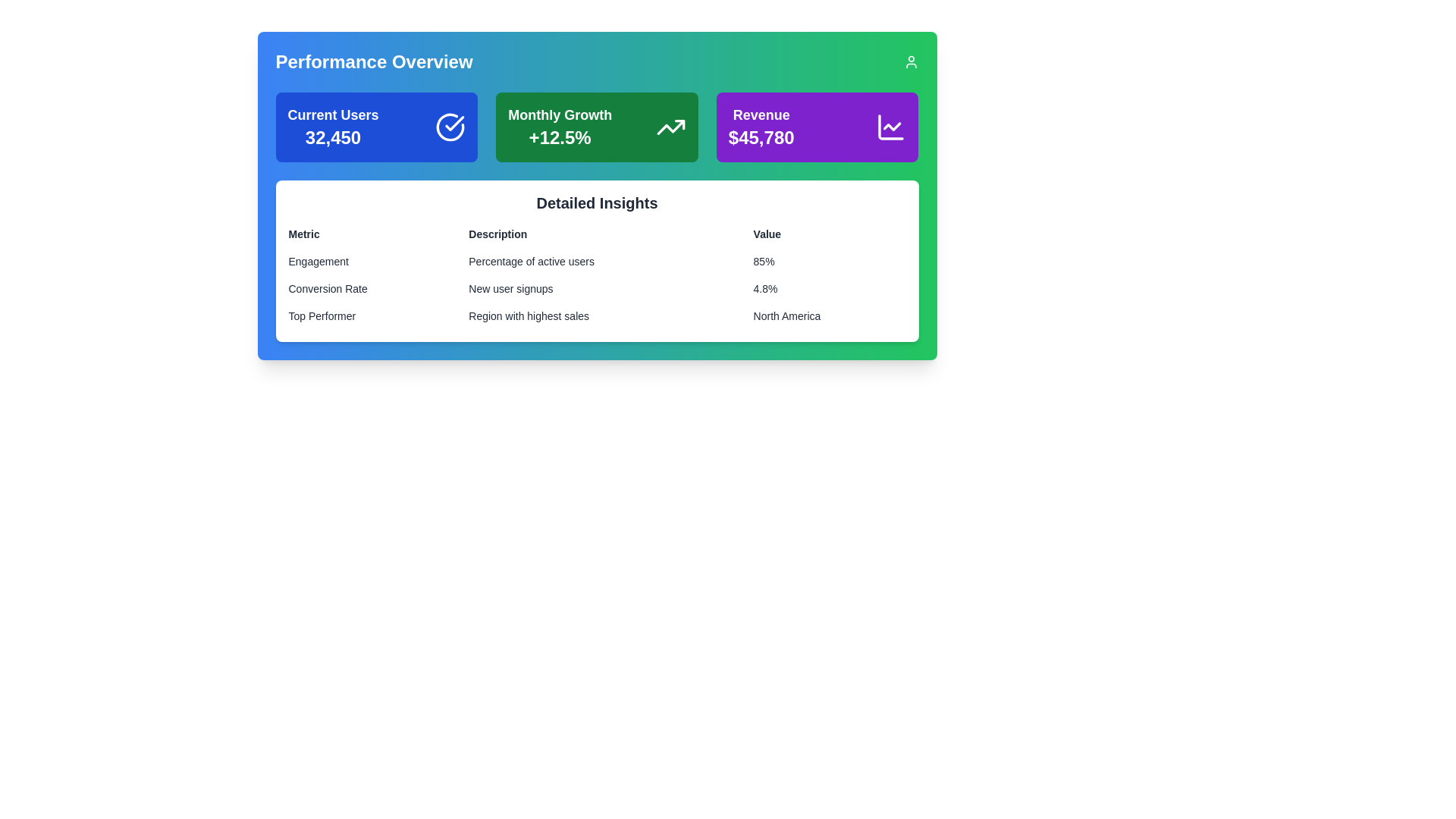 The image size is (1456, 819). What do you see at coordinates (596, 289) in the screenshot?
I see `the table row displaying the 'Conversion Rate' metric, which describes 'New user signups' and shows a value of '4.8%', located in the 'Detailed Insights' section` at bounding box center [596, 289].